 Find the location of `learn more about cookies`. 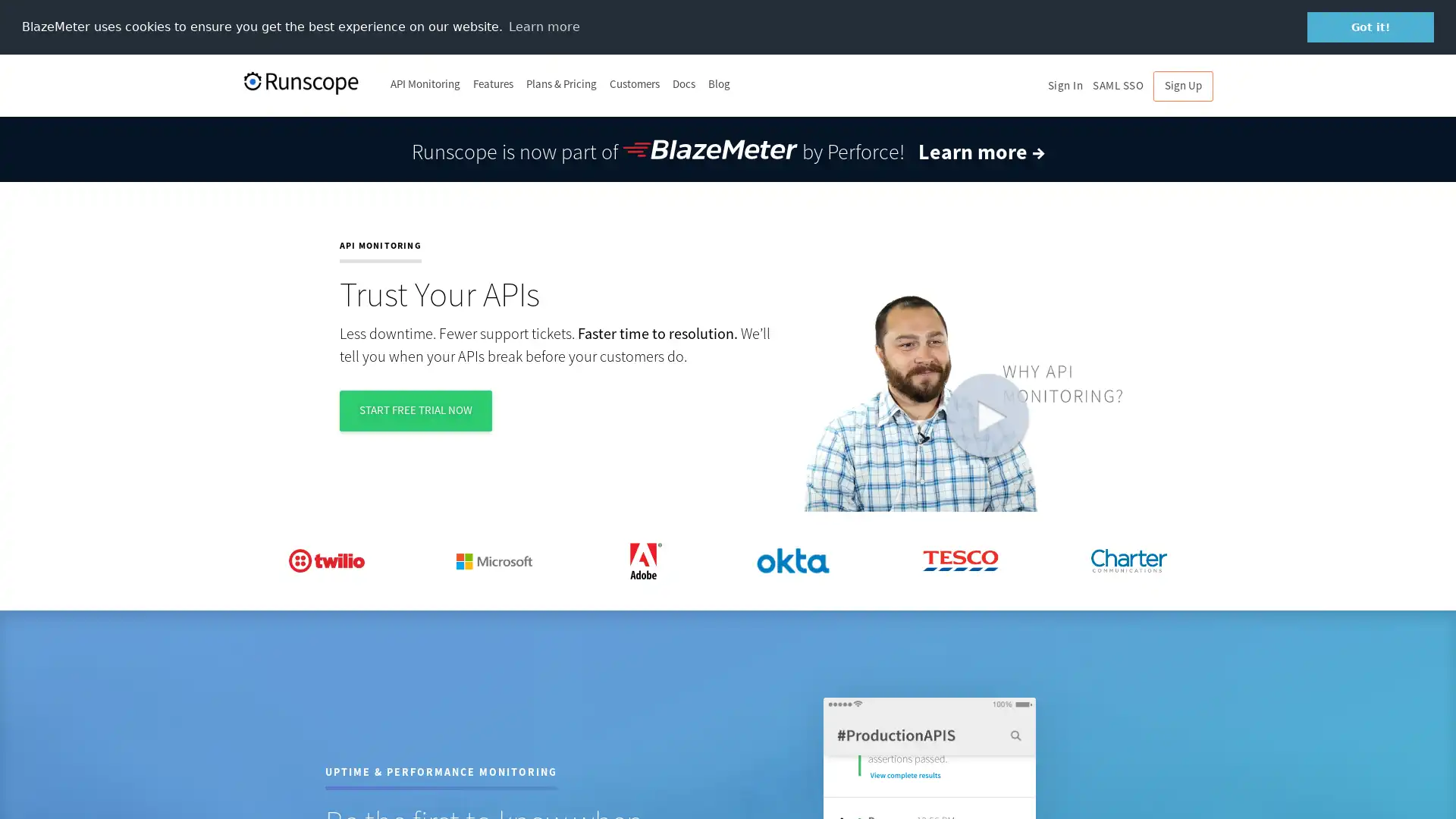

learn more about cookies is located at coordinates (544, 26).